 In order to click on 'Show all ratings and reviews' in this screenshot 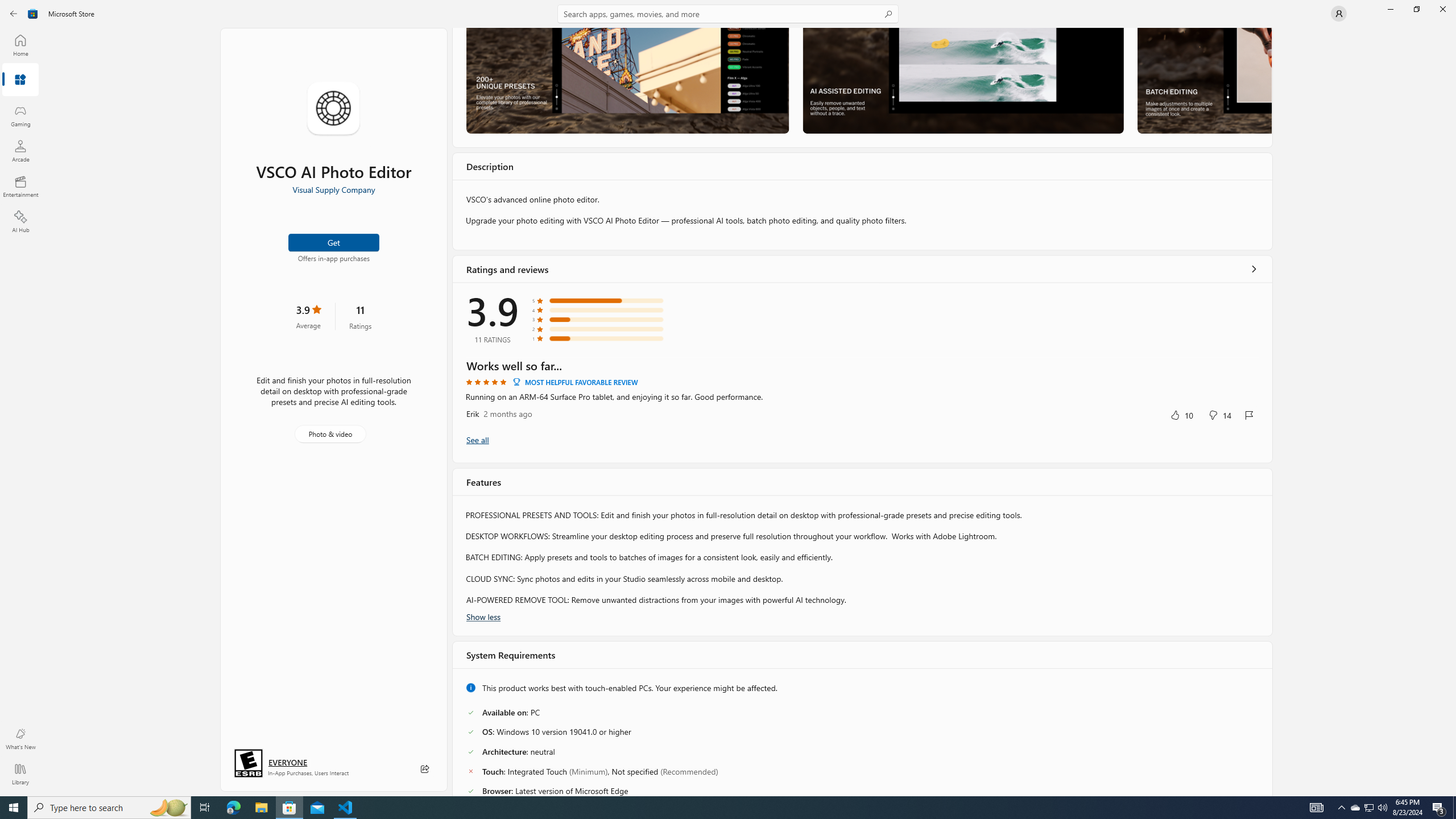, I will do `click(477, 440)`.